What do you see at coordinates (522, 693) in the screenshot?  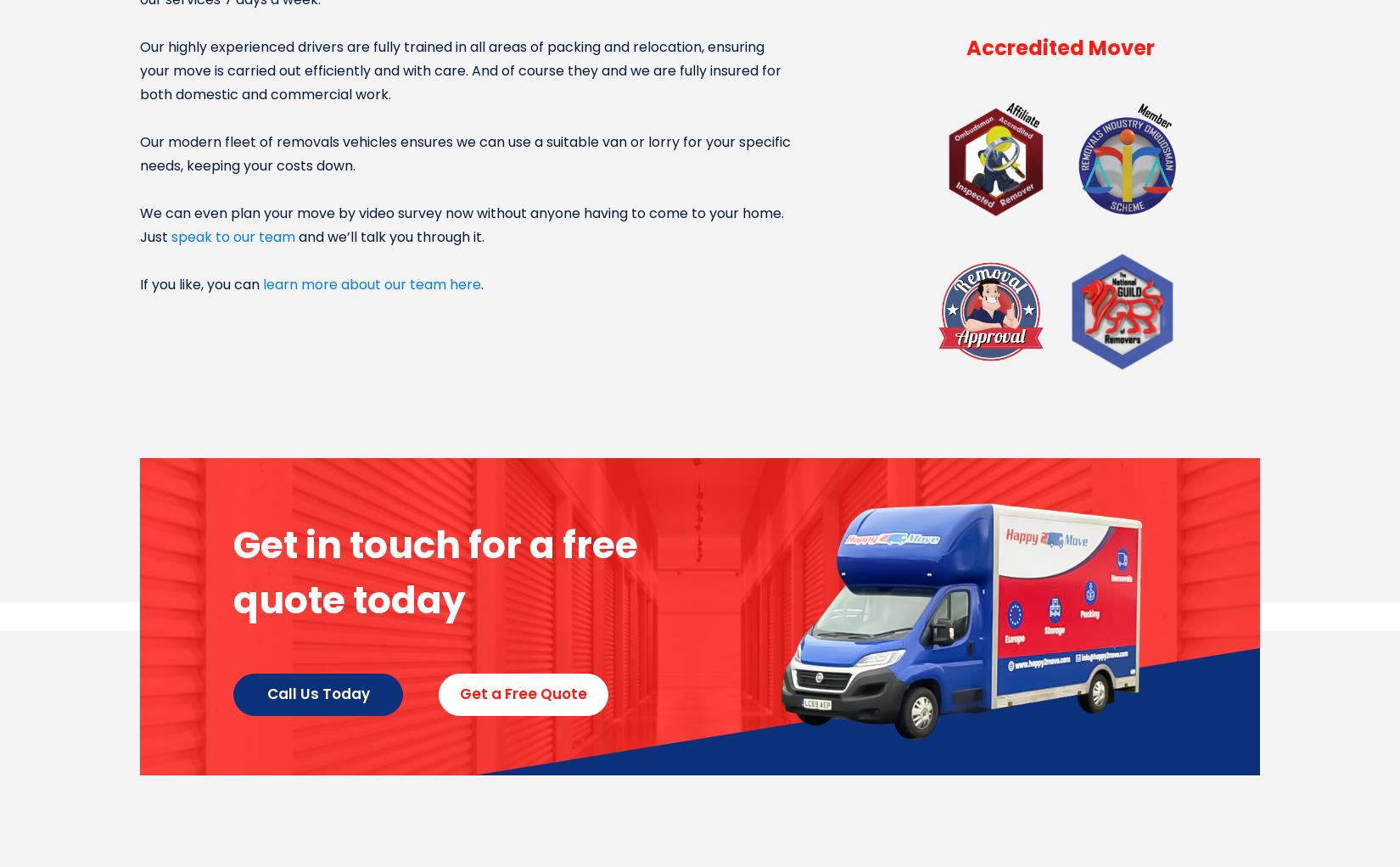 I see `'Get a Free Quote'` at bounding box center [522, 693].